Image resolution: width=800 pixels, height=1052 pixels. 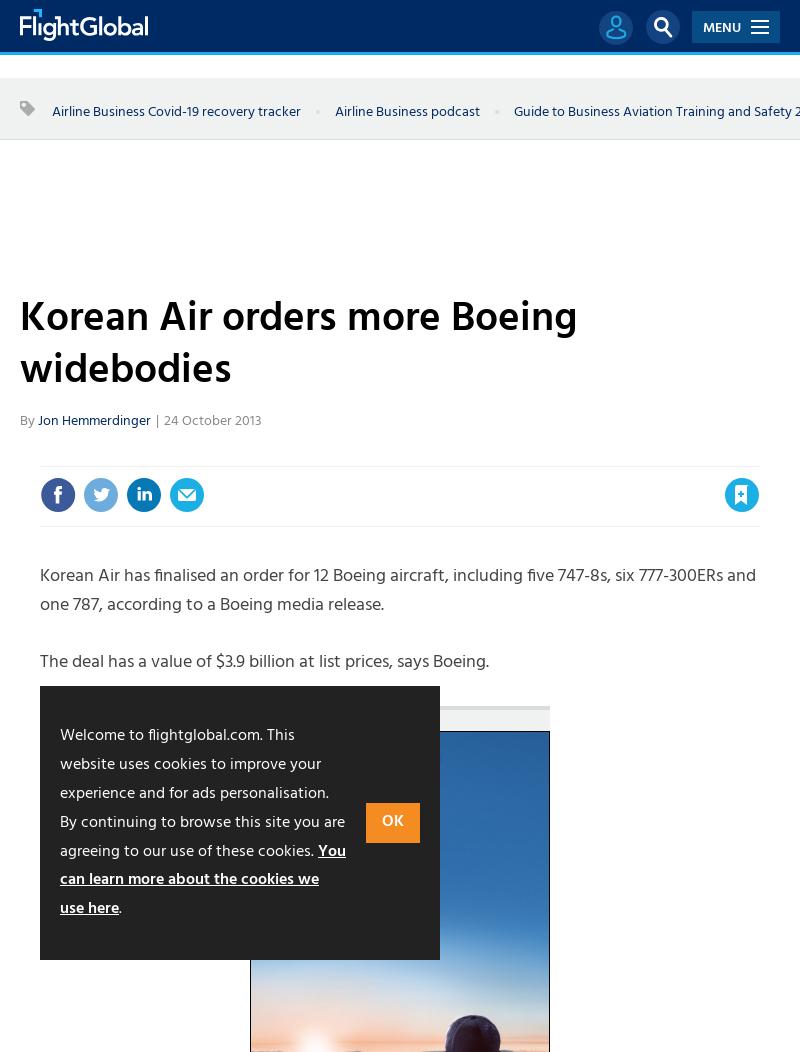 What do you see at coordinates (29, 419) in the screenshot?
I see `'By'` at bounding box center [29, 419].